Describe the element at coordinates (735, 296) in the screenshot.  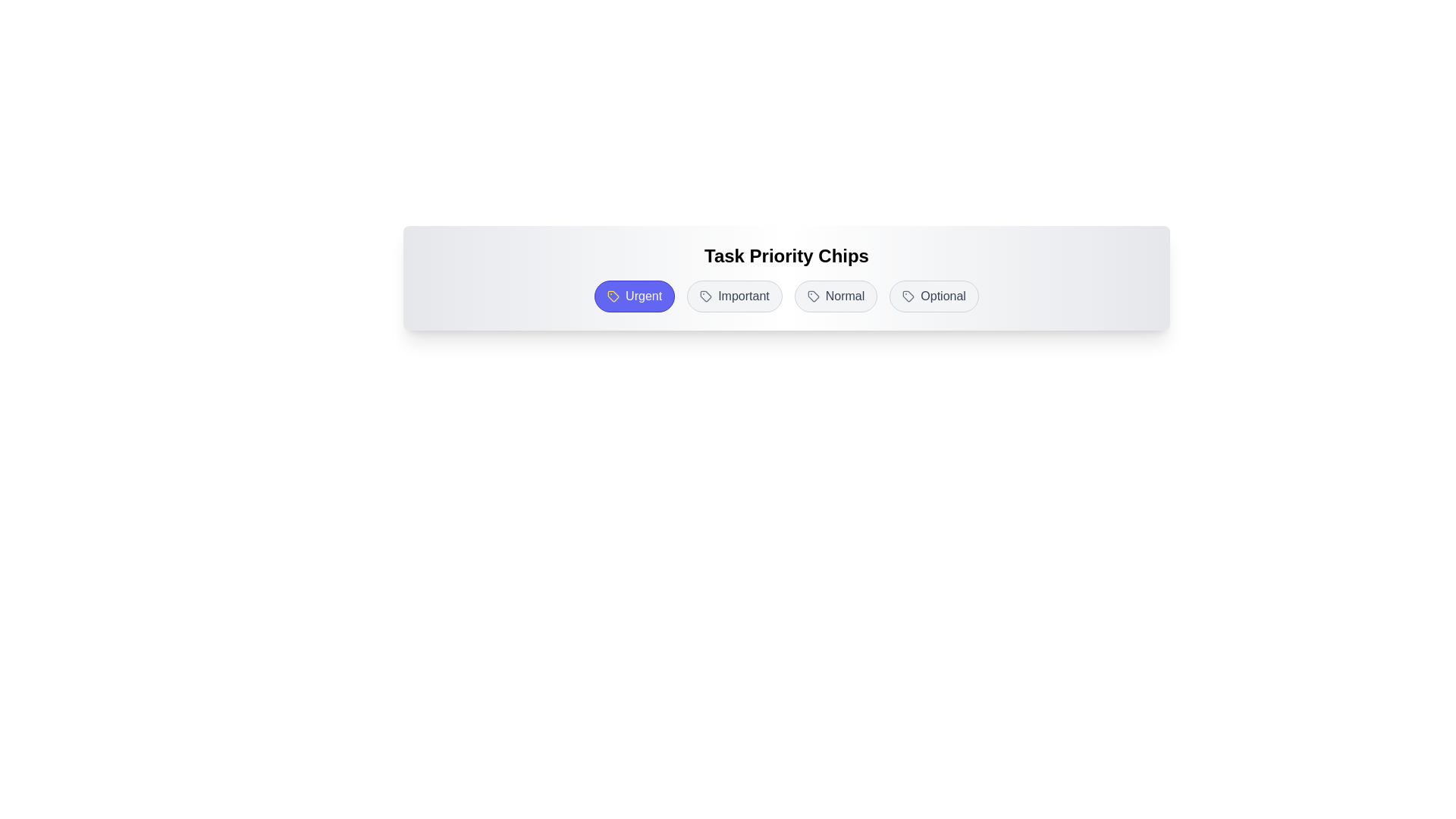
I see `the chip labeled Important` at that location.